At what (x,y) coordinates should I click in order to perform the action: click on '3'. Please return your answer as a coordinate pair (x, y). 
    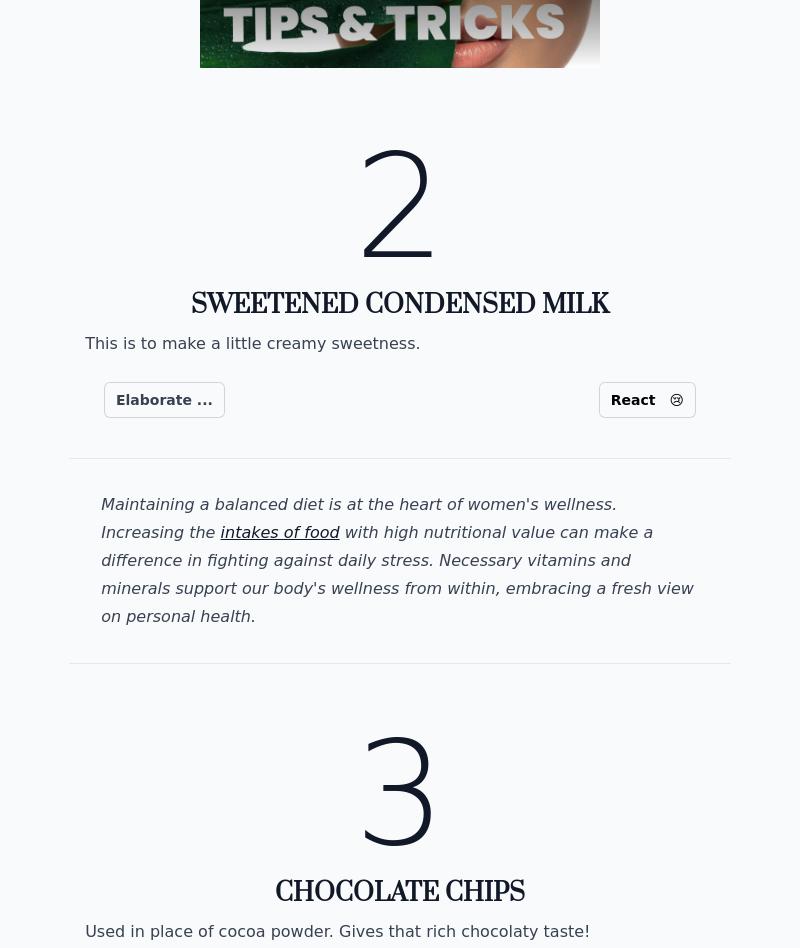
    Looking at the image, I should click on (398, 794).